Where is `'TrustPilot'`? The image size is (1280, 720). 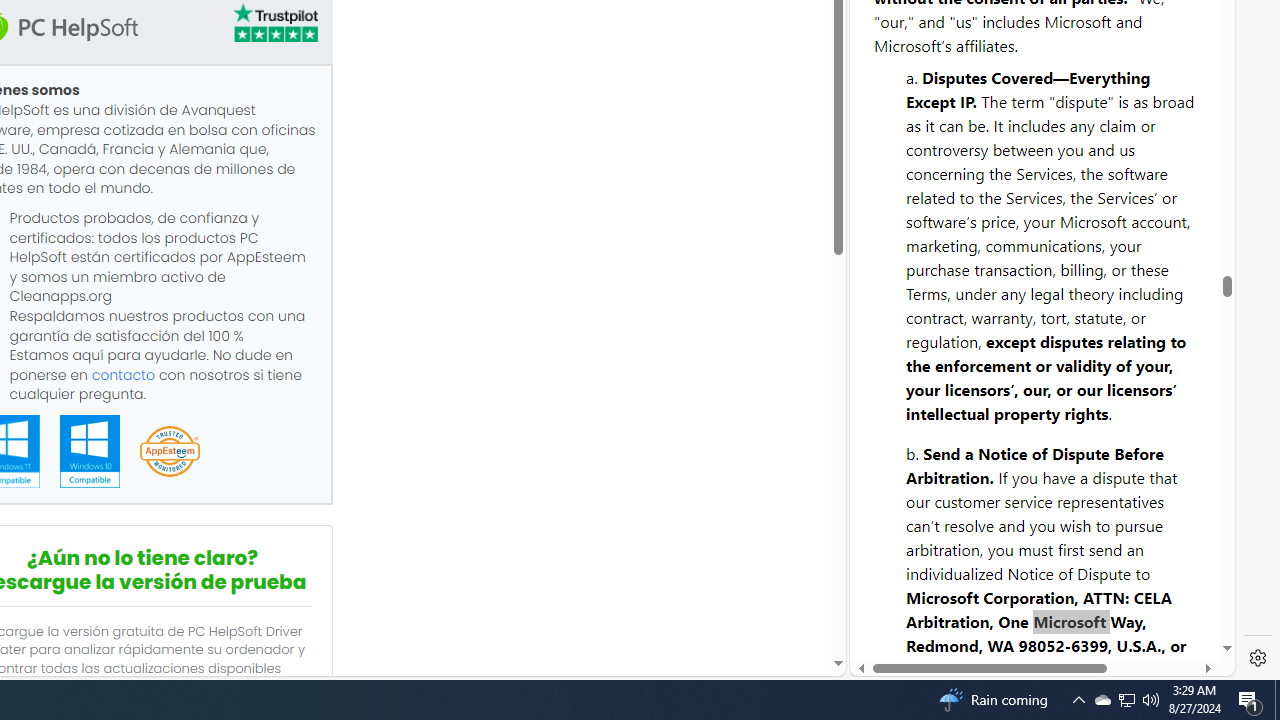 'TrustPilot' is located at coordinates (273, 26).